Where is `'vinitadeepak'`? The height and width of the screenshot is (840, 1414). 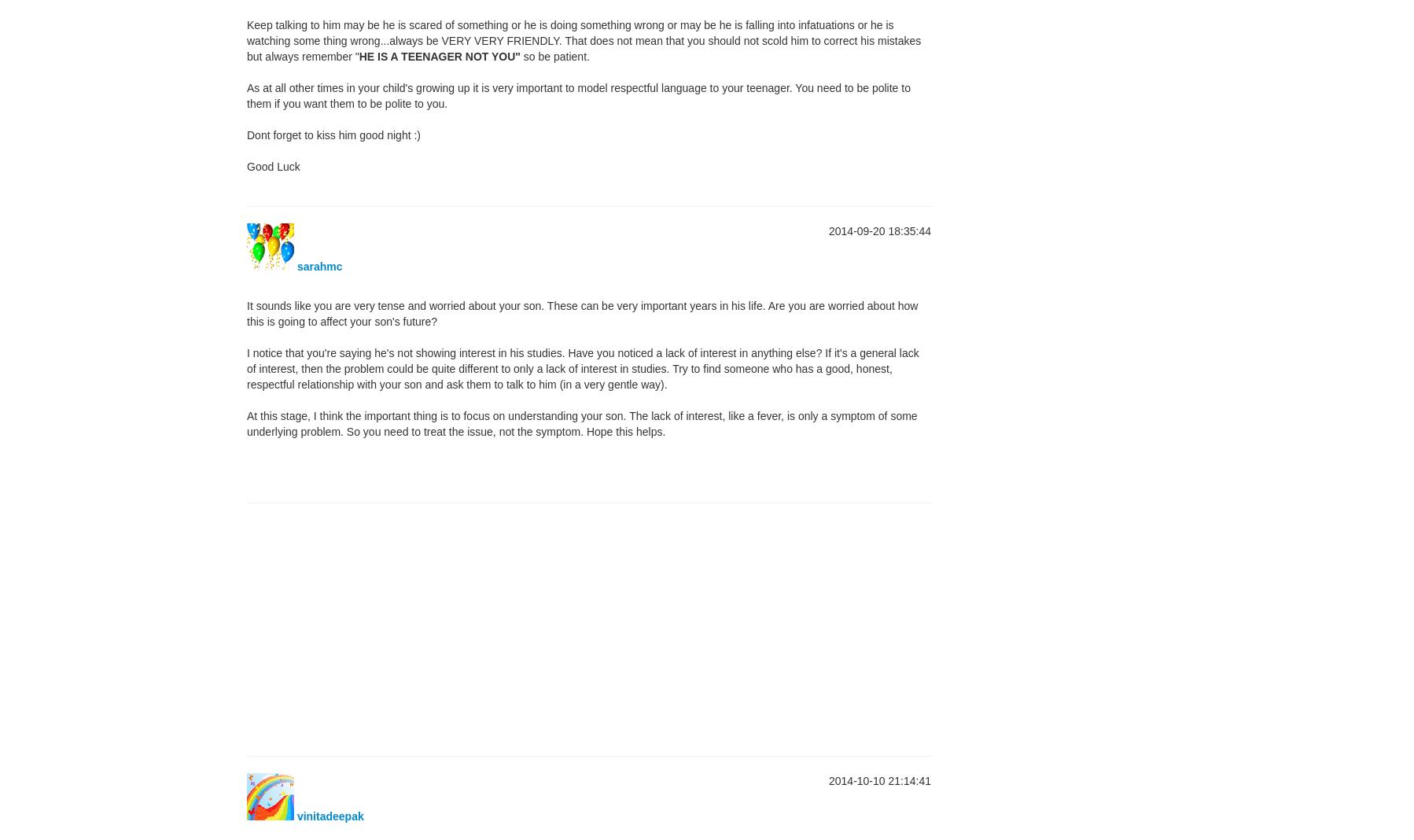 'vinitadeepak' is located at coordinates (329, 816).